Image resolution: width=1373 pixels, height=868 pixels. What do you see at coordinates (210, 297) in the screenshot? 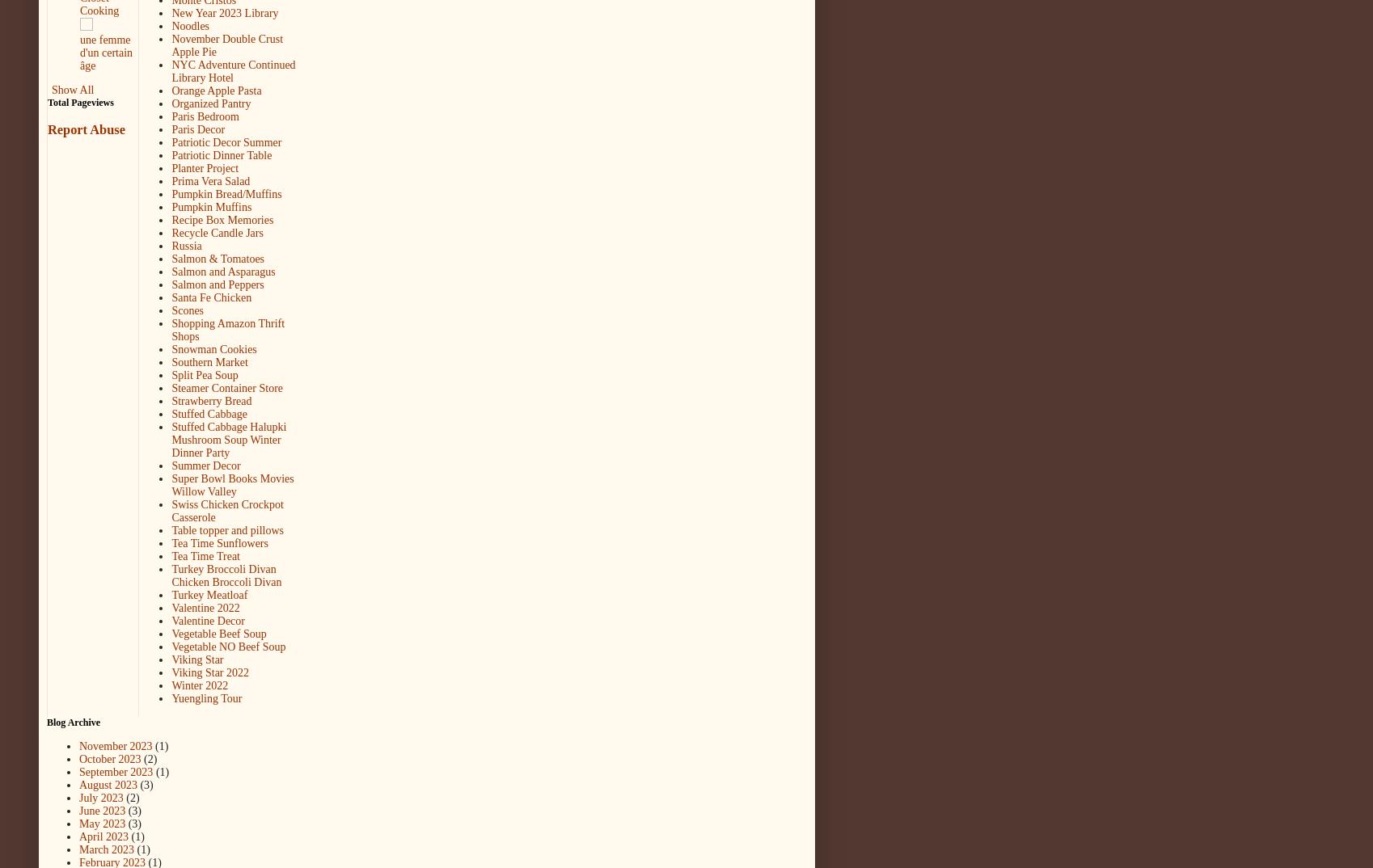
I see `'Santa Fe Chicken'` at bounding box center [210, 297].